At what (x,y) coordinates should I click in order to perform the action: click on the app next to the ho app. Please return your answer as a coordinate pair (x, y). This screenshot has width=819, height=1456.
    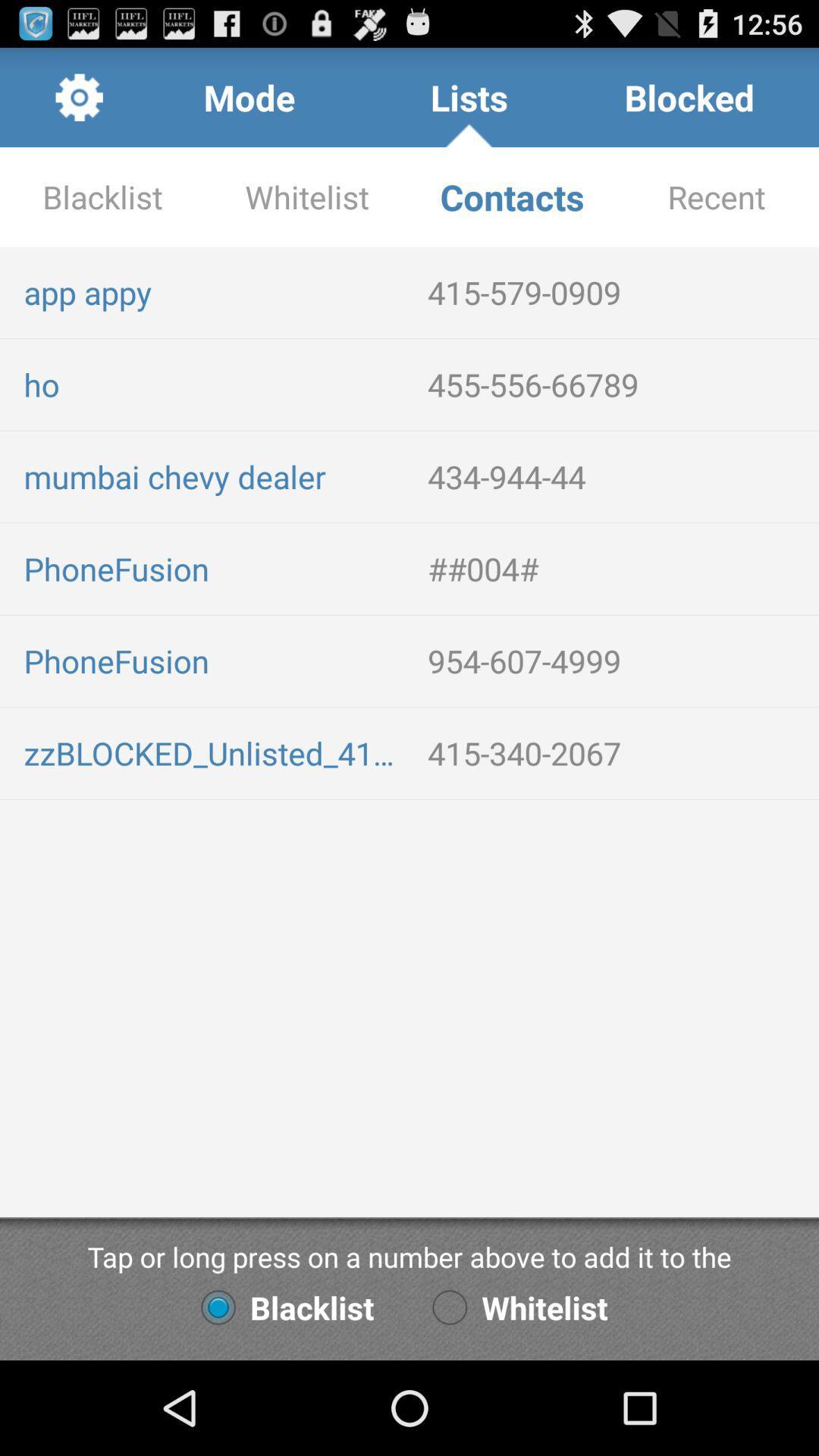
    Looking at the image, I should click on (617, 384).